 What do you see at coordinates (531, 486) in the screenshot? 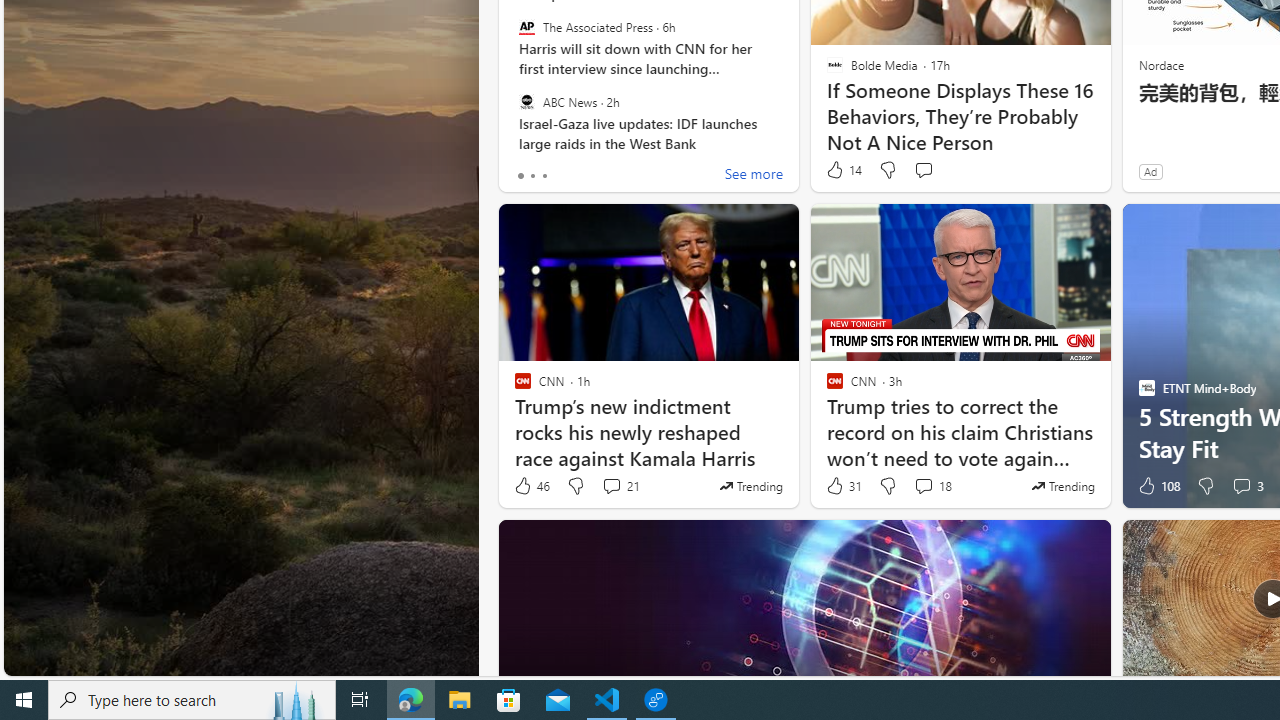
I see `'46 Like'` at bounding box center [531, 486].